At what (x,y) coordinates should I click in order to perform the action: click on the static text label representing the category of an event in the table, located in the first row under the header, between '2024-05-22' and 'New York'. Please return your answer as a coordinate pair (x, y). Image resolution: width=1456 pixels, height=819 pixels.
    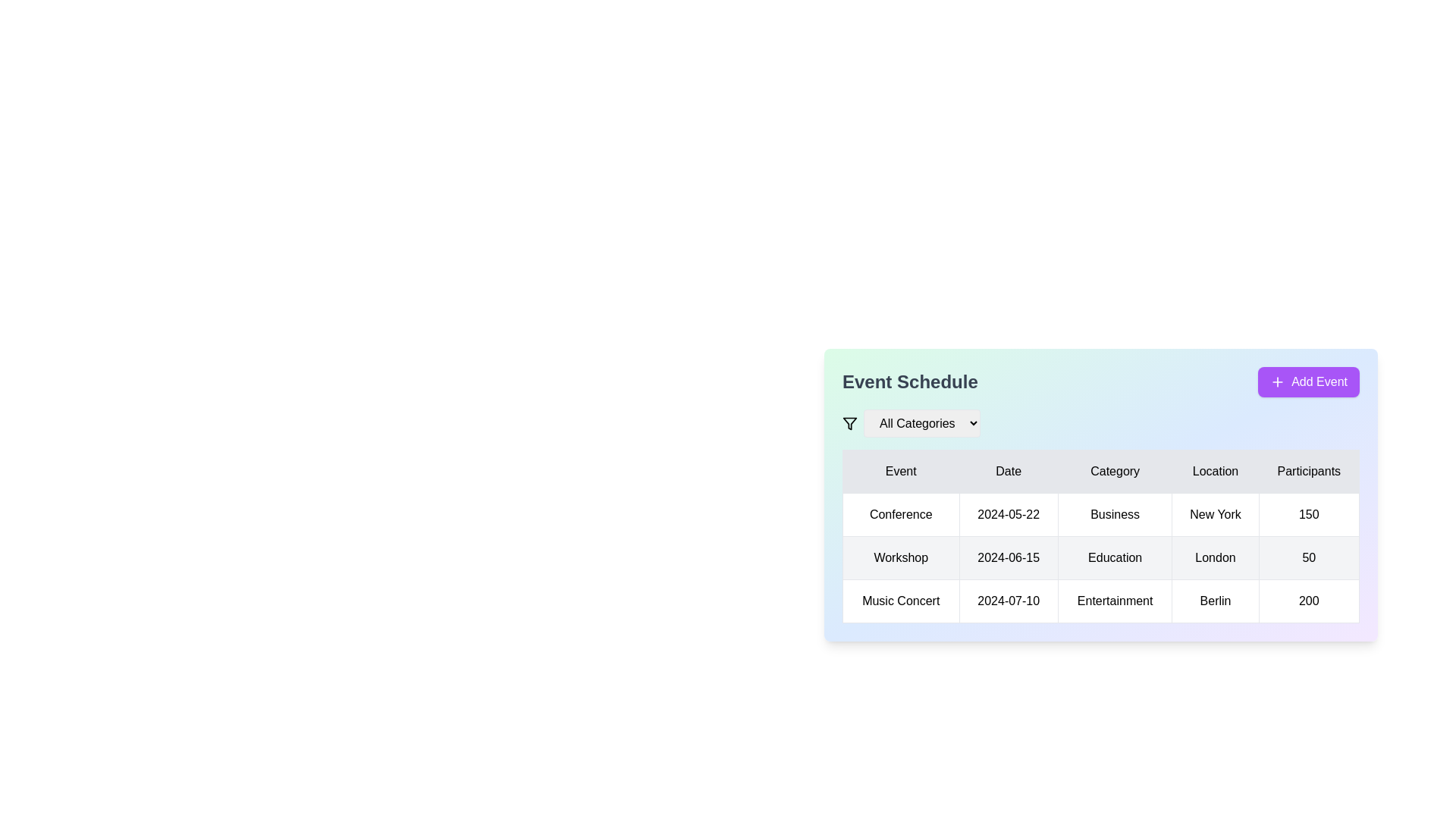
    Looking at the image, I should click on (1115, 513).